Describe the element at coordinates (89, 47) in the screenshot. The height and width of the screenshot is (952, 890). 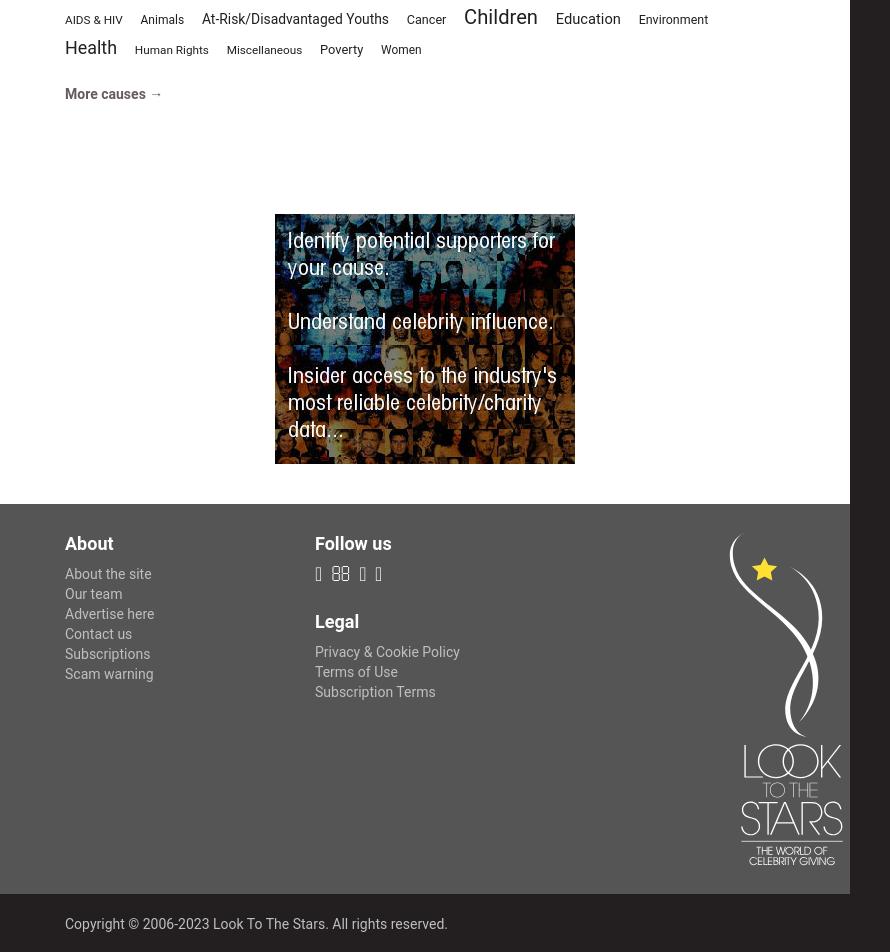
I see `'Health'` at that location.